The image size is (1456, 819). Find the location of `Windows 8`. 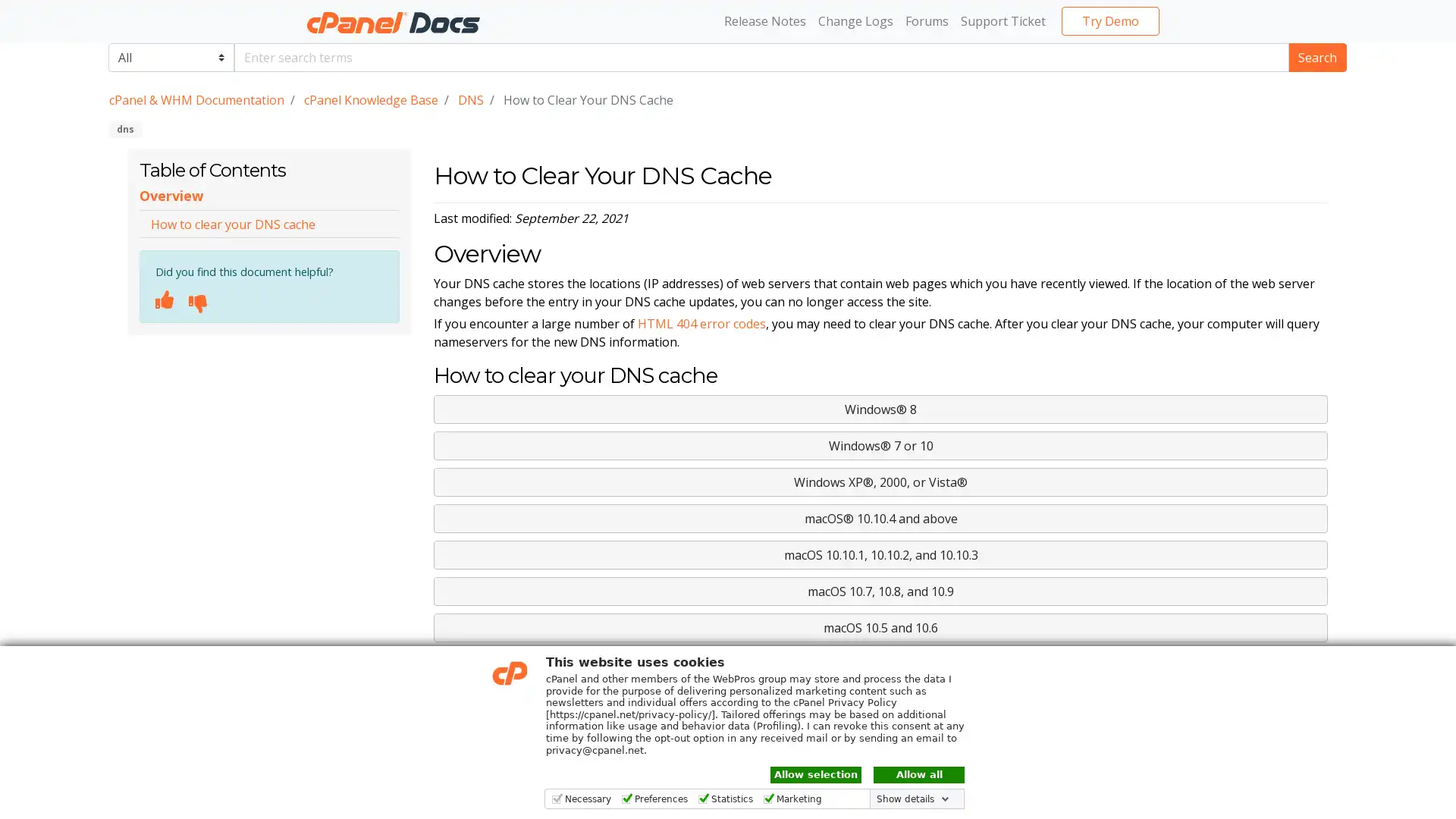

Windows 8 is located at coordinates (880, 409).